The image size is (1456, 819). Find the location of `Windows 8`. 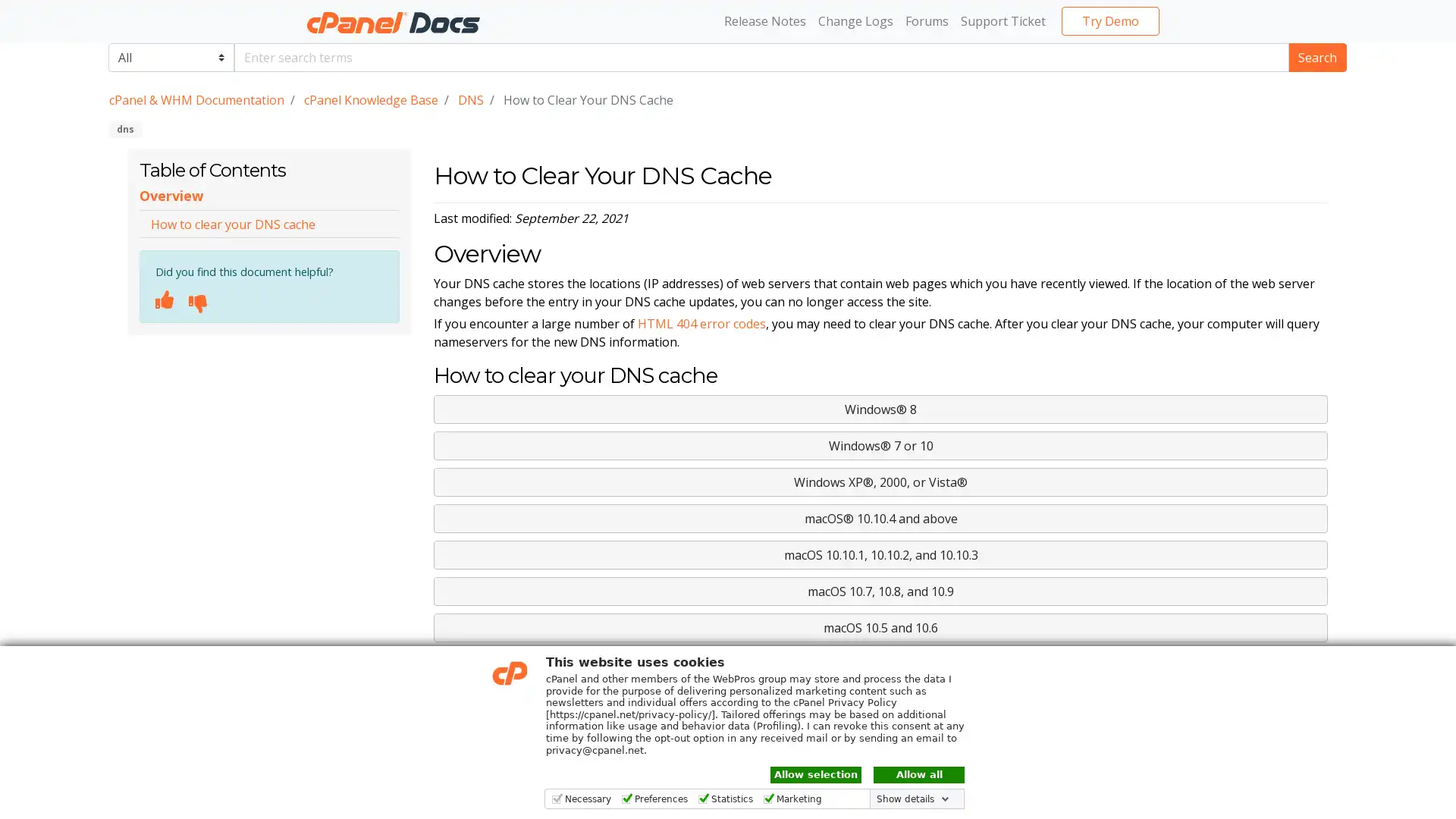

Windows 8 is located at coordinates (880, 409).